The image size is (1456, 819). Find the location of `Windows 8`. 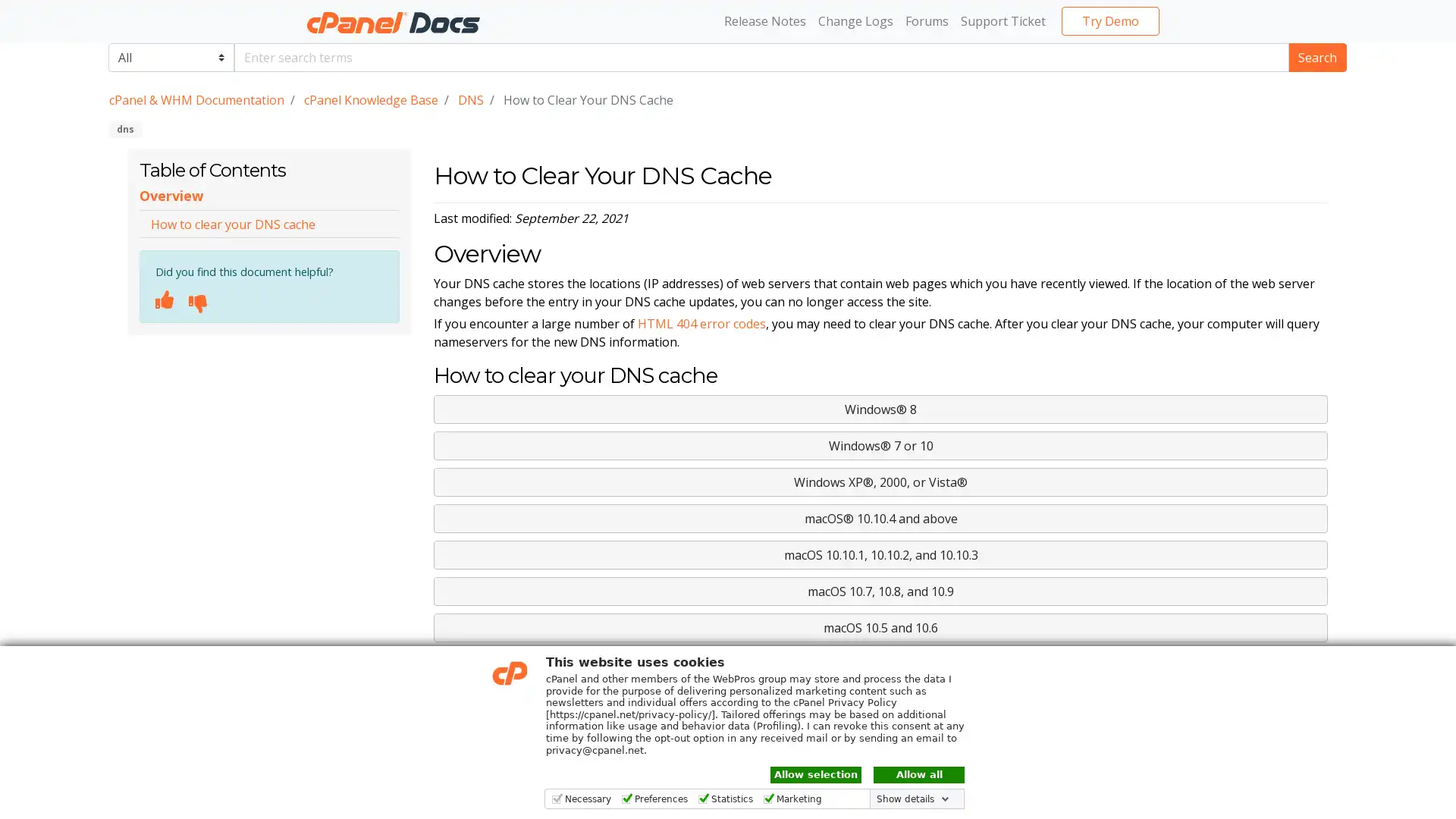

Windows 8 is located at coordinates (880, 409).